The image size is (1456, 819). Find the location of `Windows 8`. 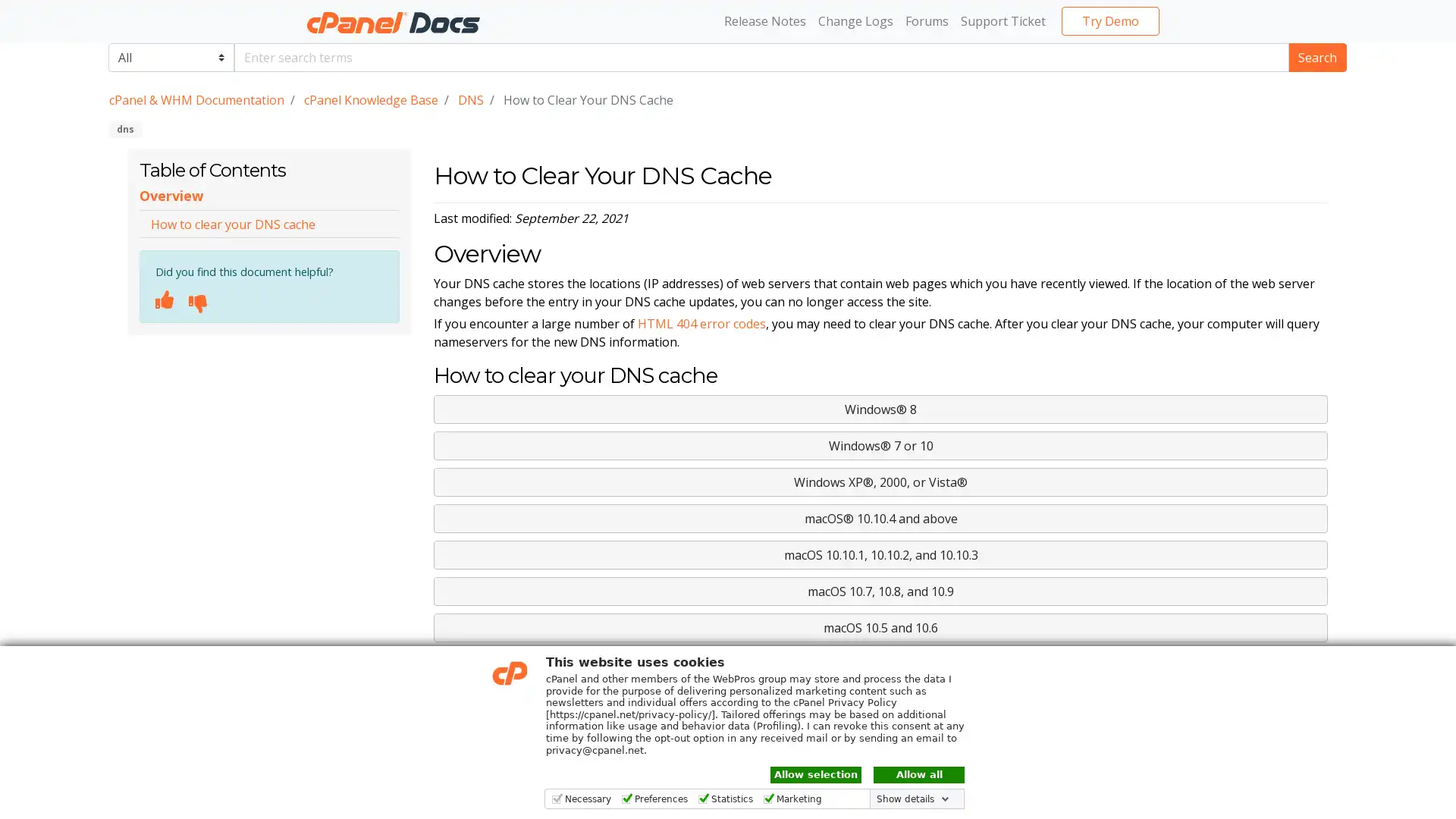

Windows 8 is located at coordinates (880, 409).